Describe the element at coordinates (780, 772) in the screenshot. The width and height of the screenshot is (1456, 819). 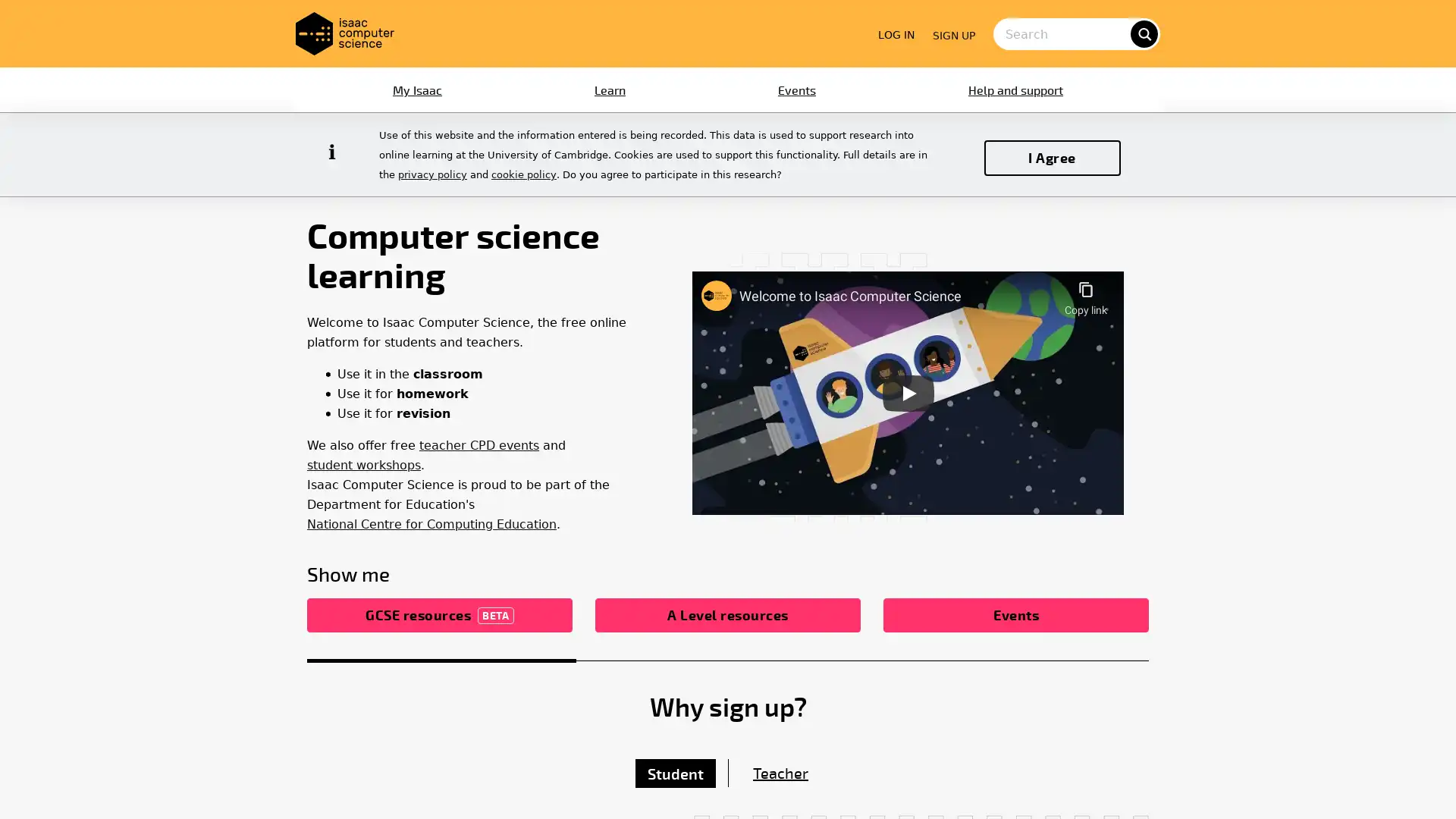
I see `Teacher` at that location.